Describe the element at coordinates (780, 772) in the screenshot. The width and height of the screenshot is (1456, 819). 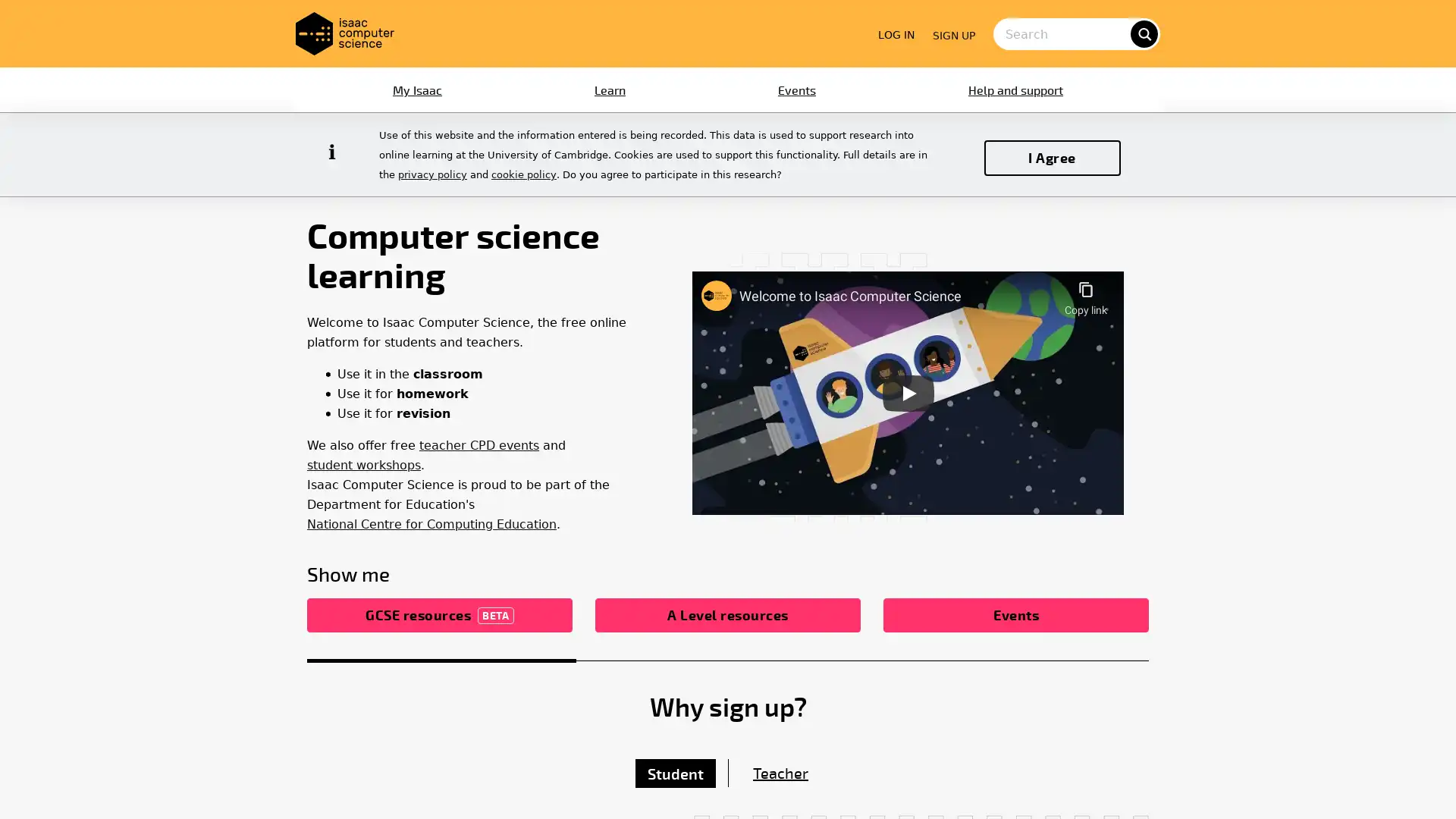
I see `Teacher` at that location.